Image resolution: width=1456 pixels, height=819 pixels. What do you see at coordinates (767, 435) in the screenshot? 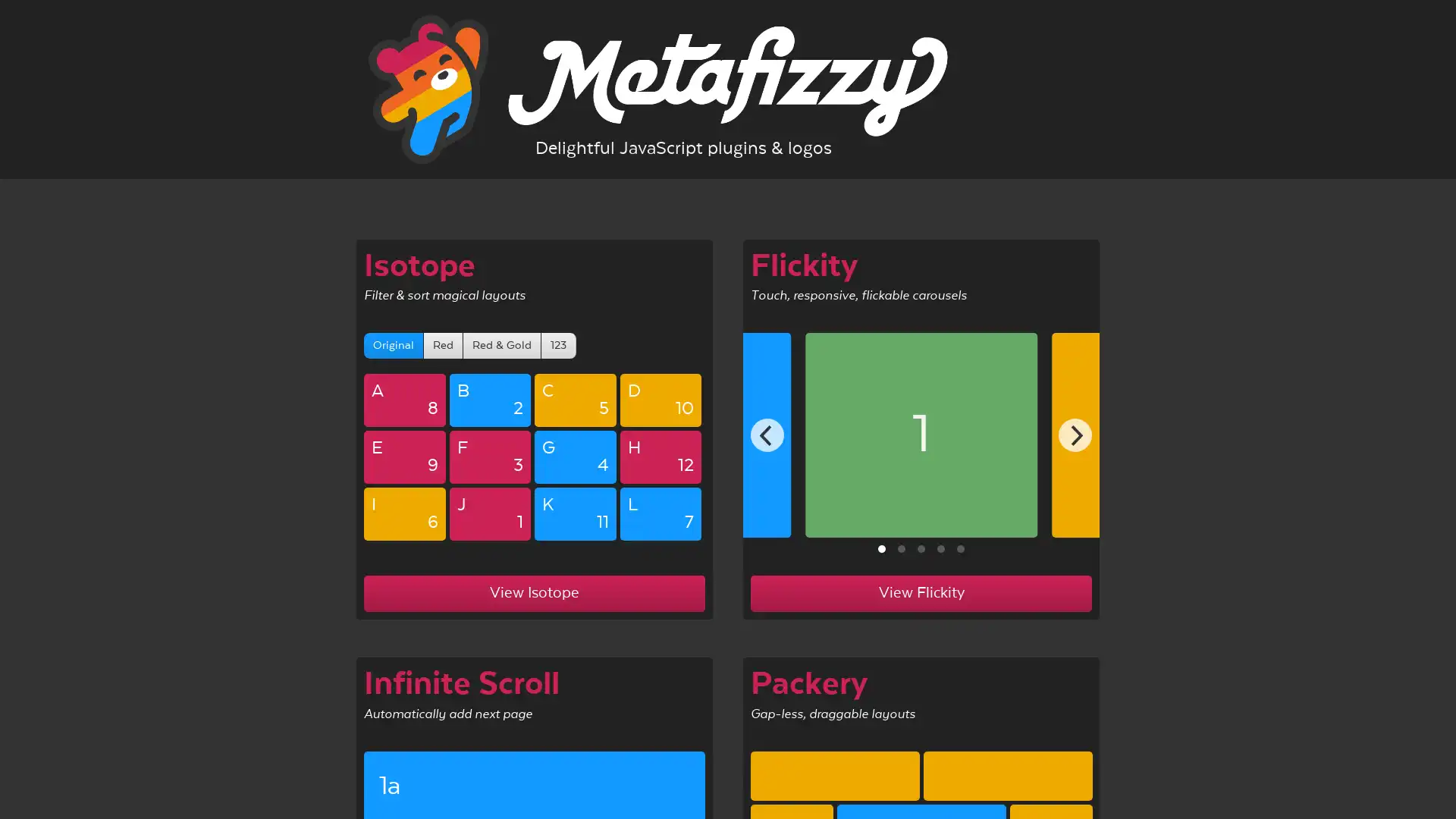
I see `Previous` at bounding box center [767, 435].